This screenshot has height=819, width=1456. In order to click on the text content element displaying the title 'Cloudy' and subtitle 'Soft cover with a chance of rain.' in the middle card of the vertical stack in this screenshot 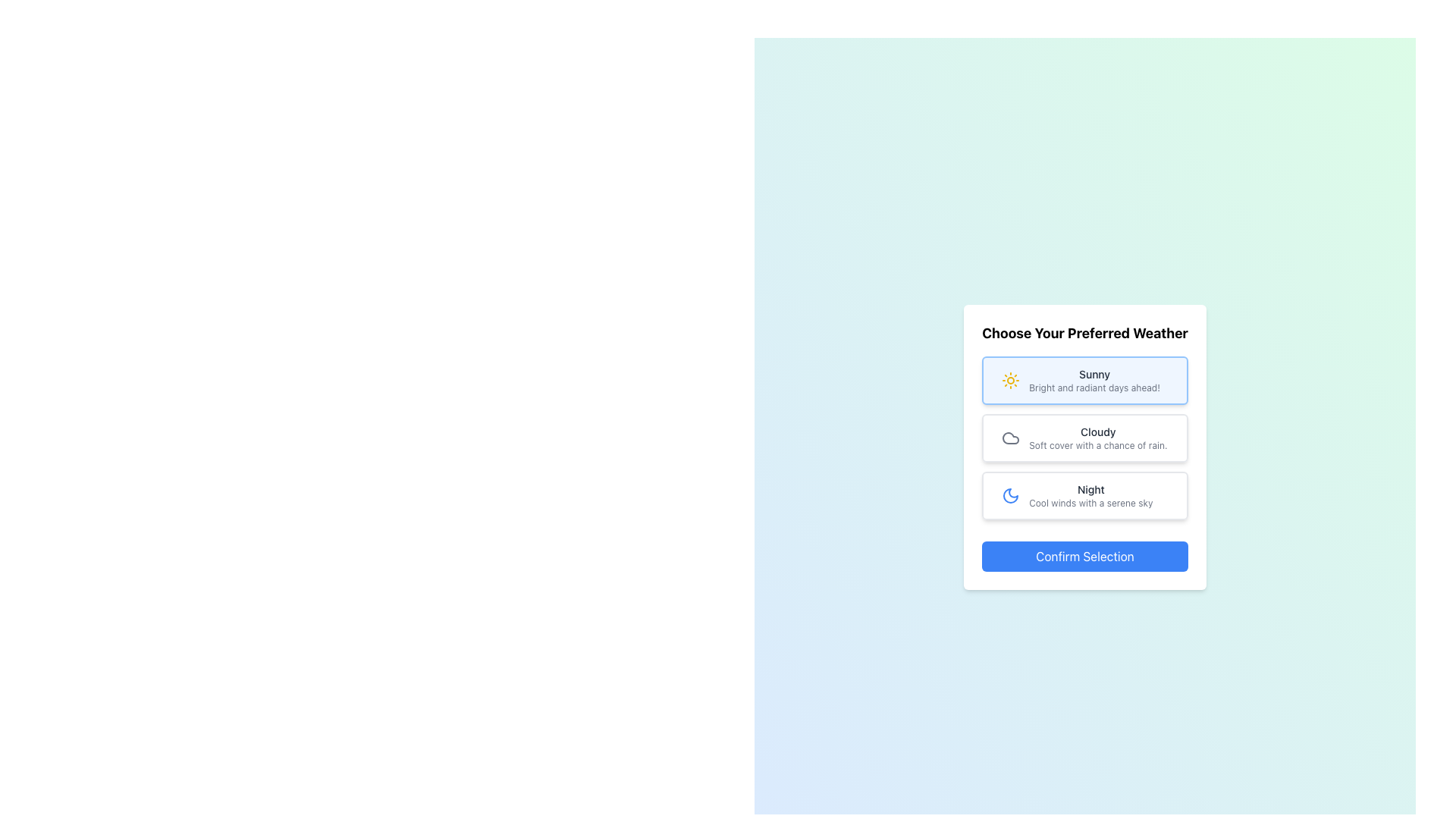, I will do `click(1098, 438)`.